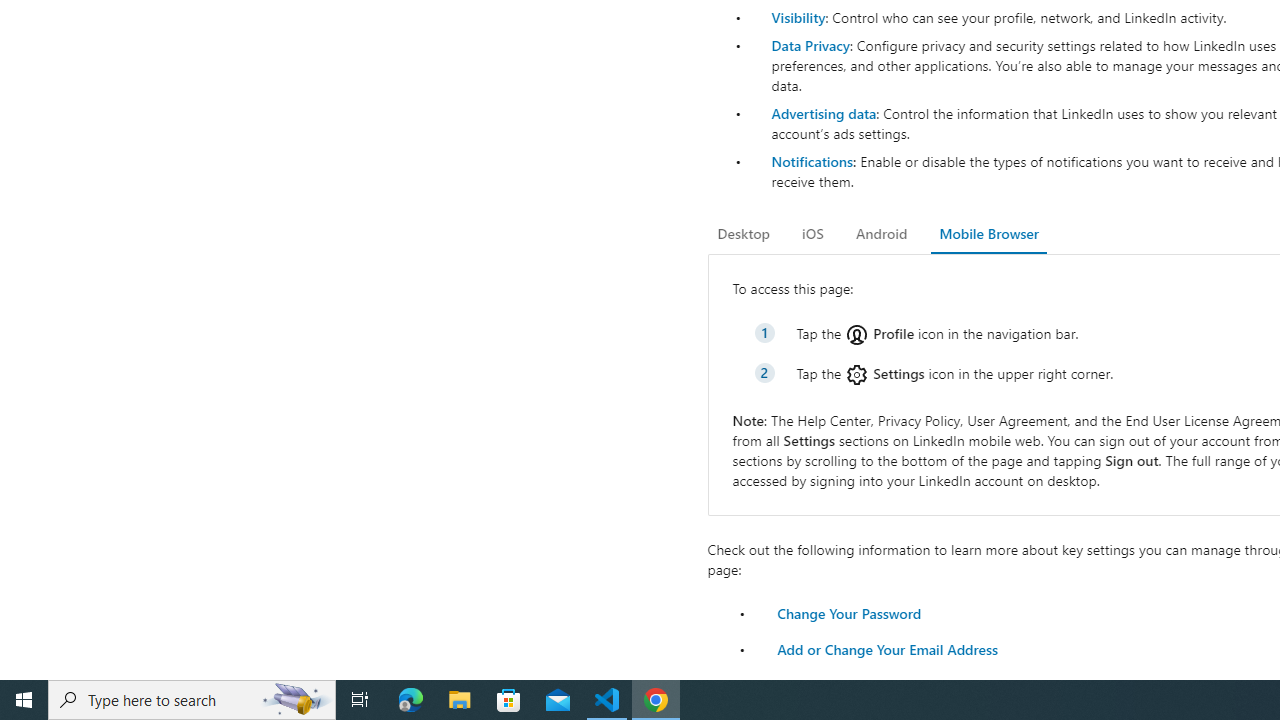 Image resolution: width=1280 pixels, height=720 pixels. What do you see at coordinates (810, 45) in the screenshot?
I see `'Data Privacy'` at bounding box center [810, 45].